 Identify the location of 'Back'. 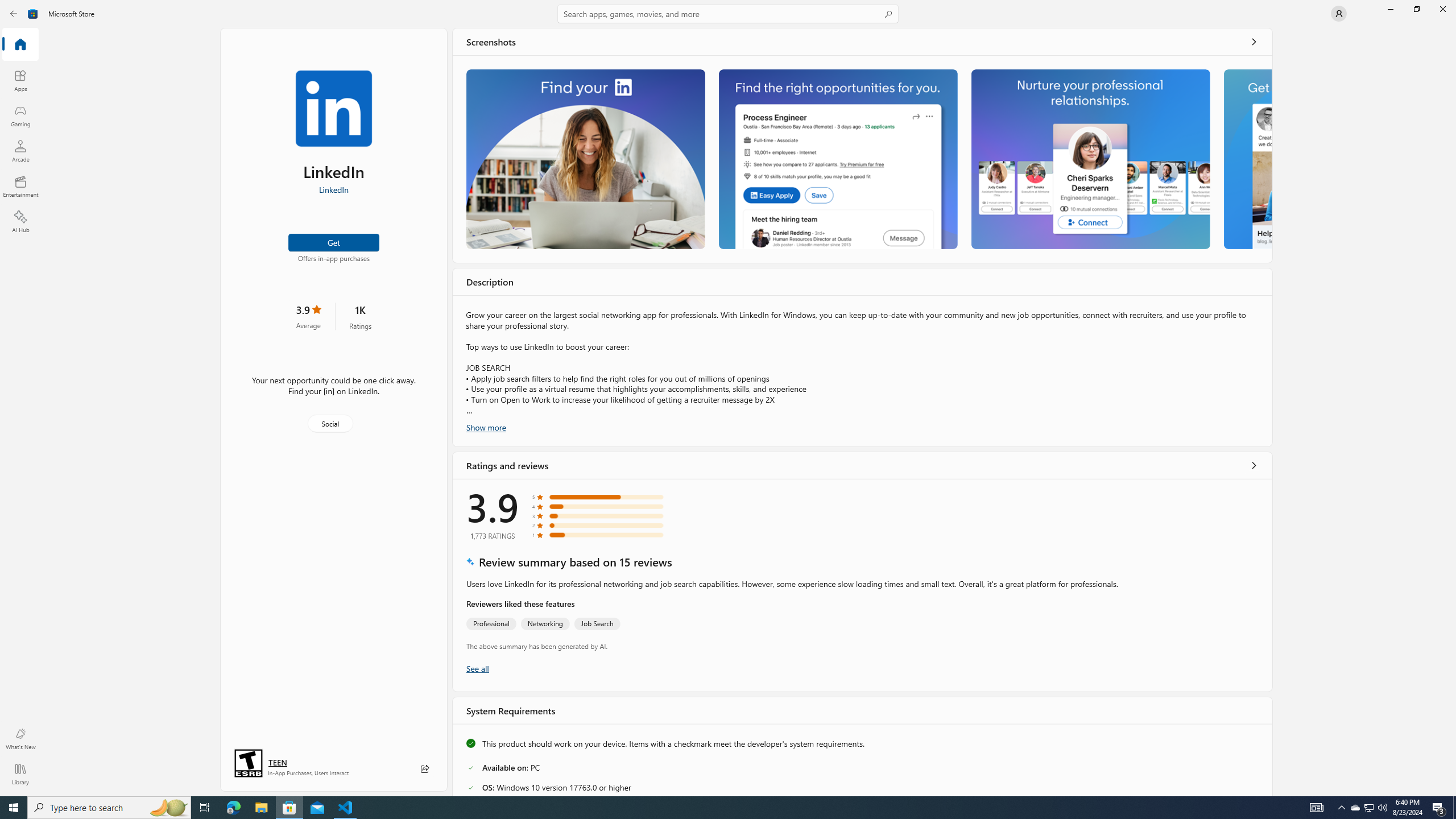
(14, 13).